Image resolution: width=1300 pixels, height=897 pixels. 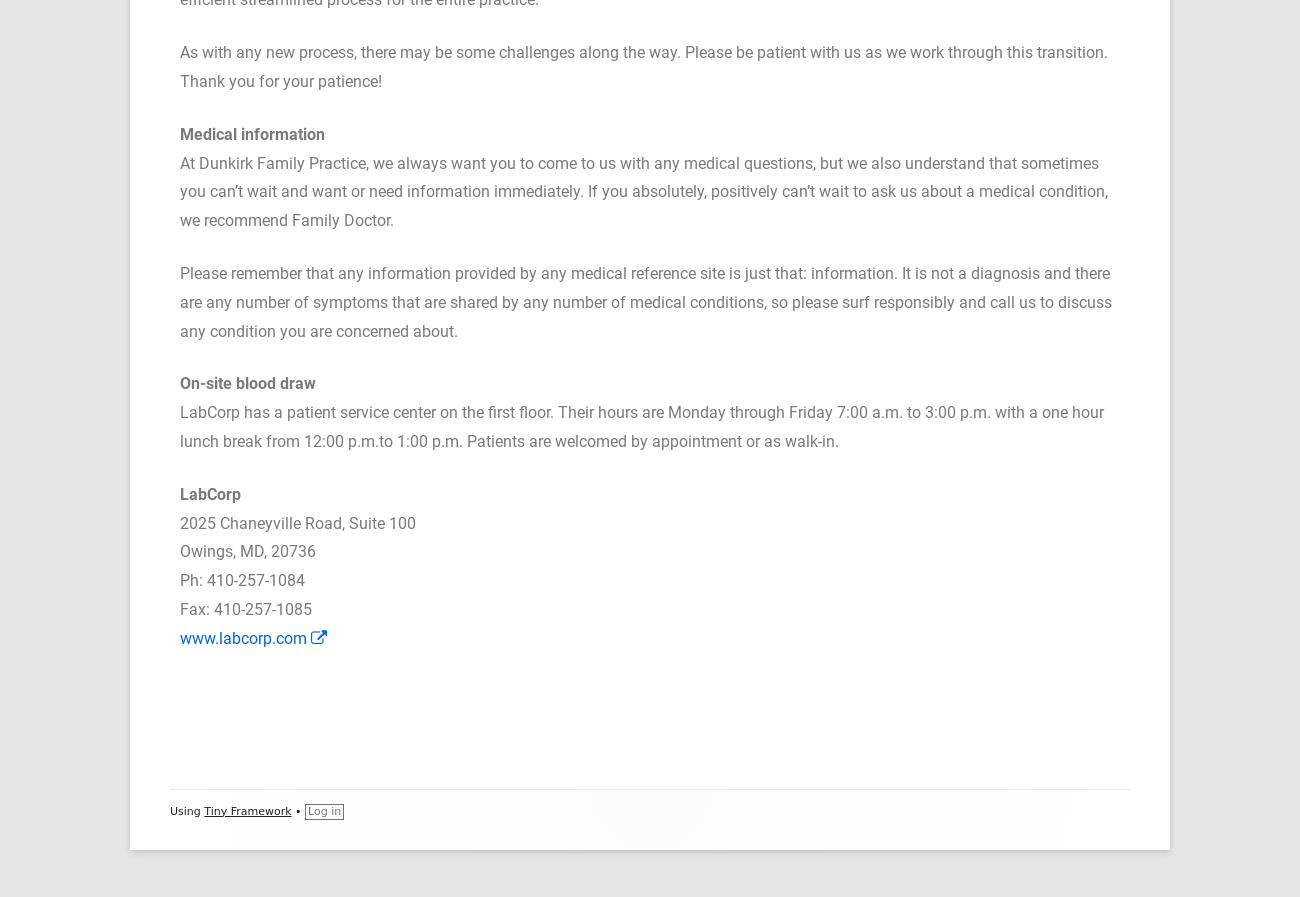 I want to click on '2025 Chaneyville Road, Suite 100', so click(x=297, y=522).